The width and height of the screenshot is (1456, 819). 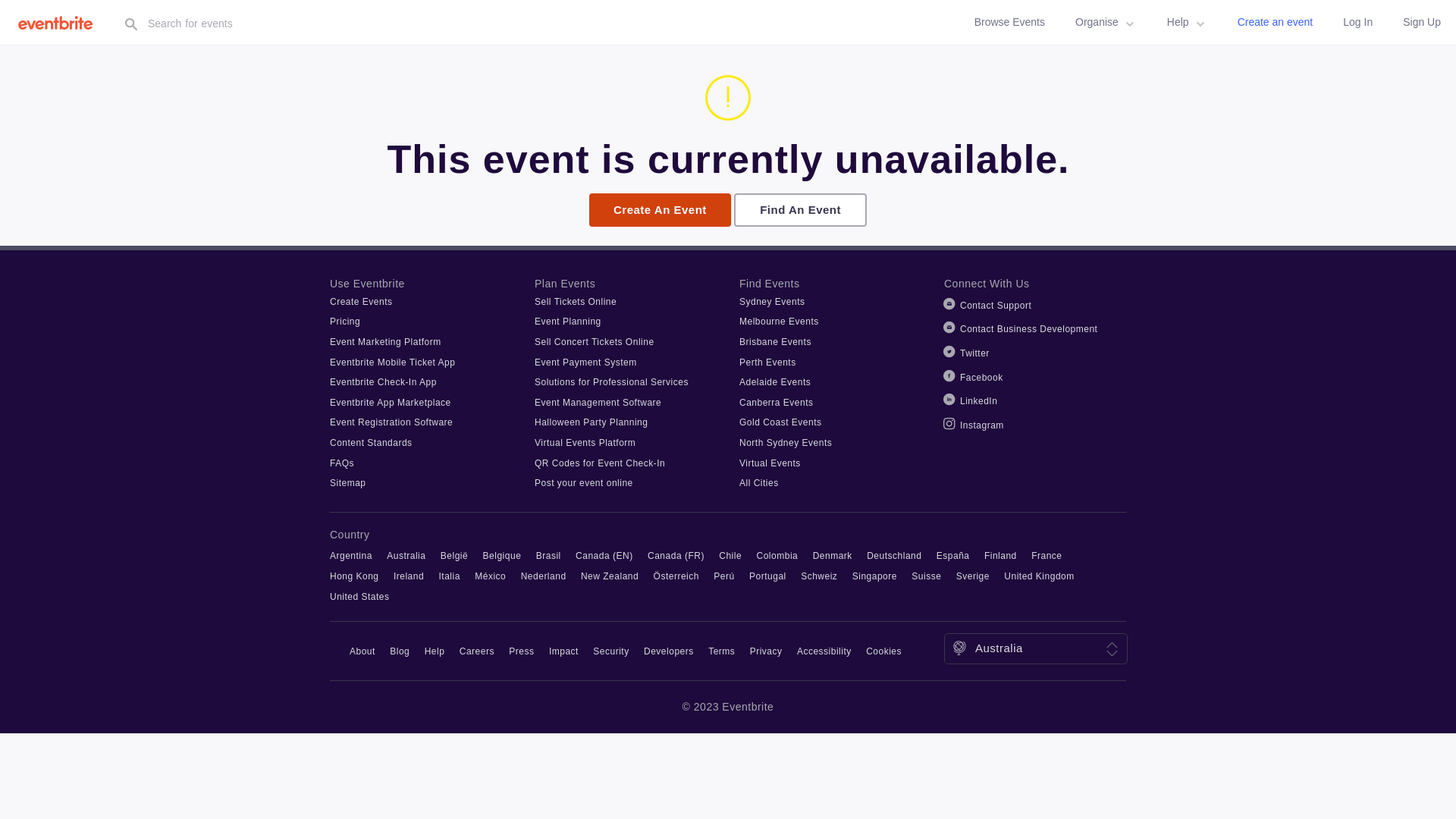 I want to click on 'Contact Support', so click(x=959, y=305).